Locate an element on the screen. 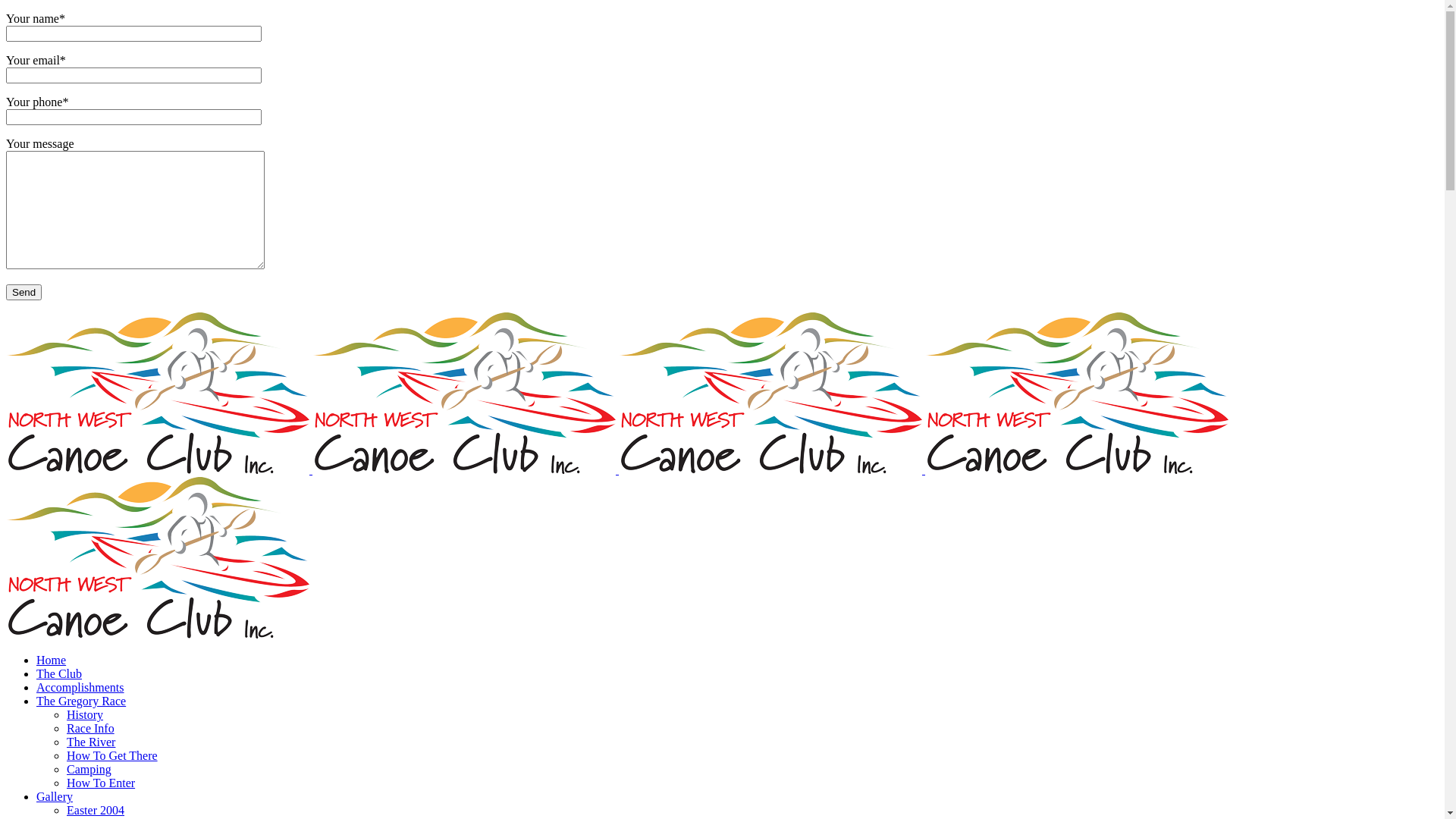 The width and height of the screenshot is (1456, 819). 'Easter 2004' is located at coordinates (65, 809).